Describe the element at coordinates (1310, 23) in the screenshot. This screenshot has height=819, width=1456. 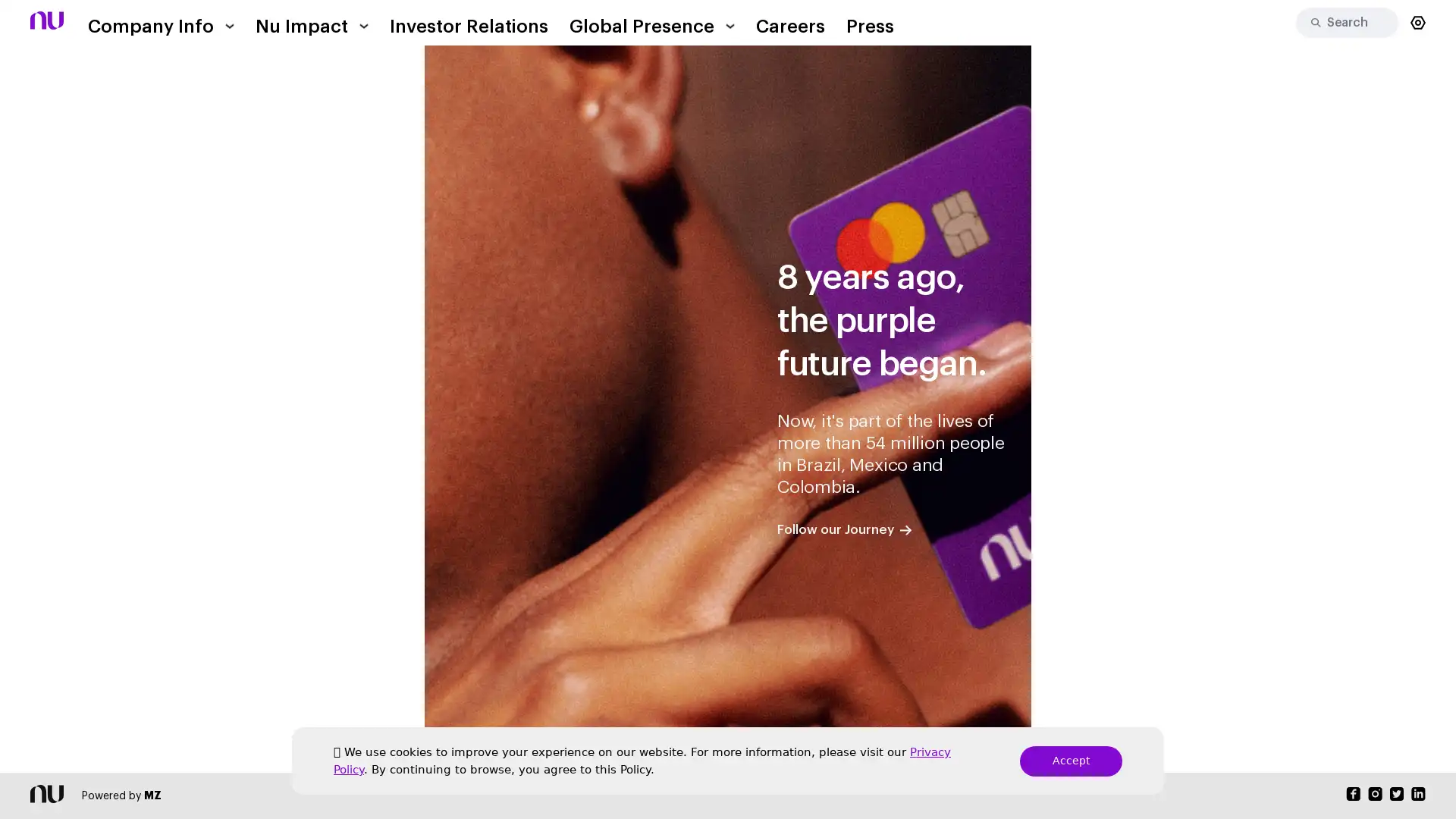
I see `Search` at that location.